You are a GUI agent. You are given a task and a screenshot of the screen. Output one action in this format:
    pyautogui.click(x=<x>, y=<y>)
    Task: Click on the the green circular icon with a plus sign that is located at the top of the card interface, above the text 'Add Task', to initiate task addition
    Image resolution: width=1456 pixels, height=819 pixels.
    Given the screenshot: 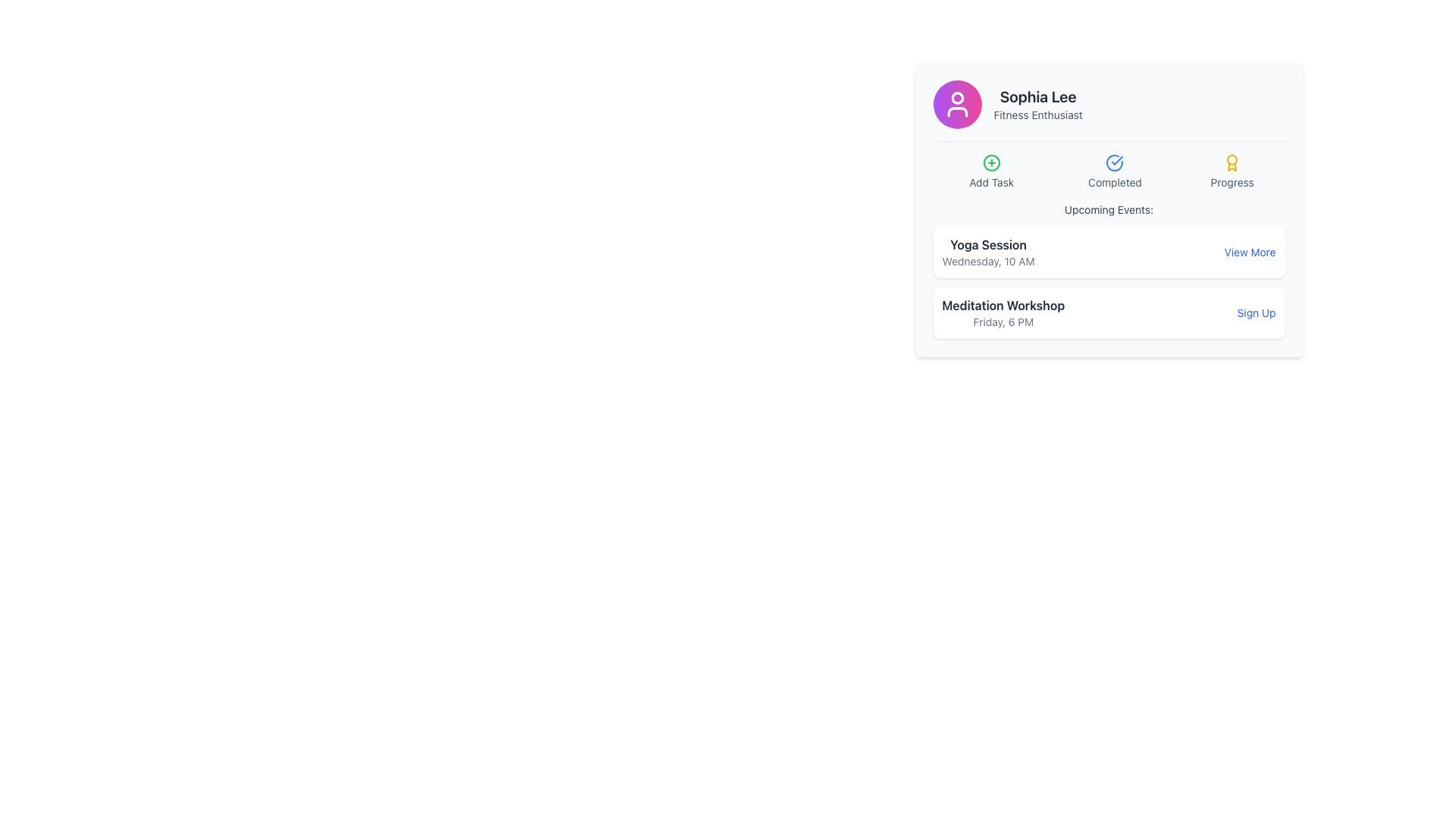 What is the action you would take?
    pyautogui.click(x=991, y=163)
    